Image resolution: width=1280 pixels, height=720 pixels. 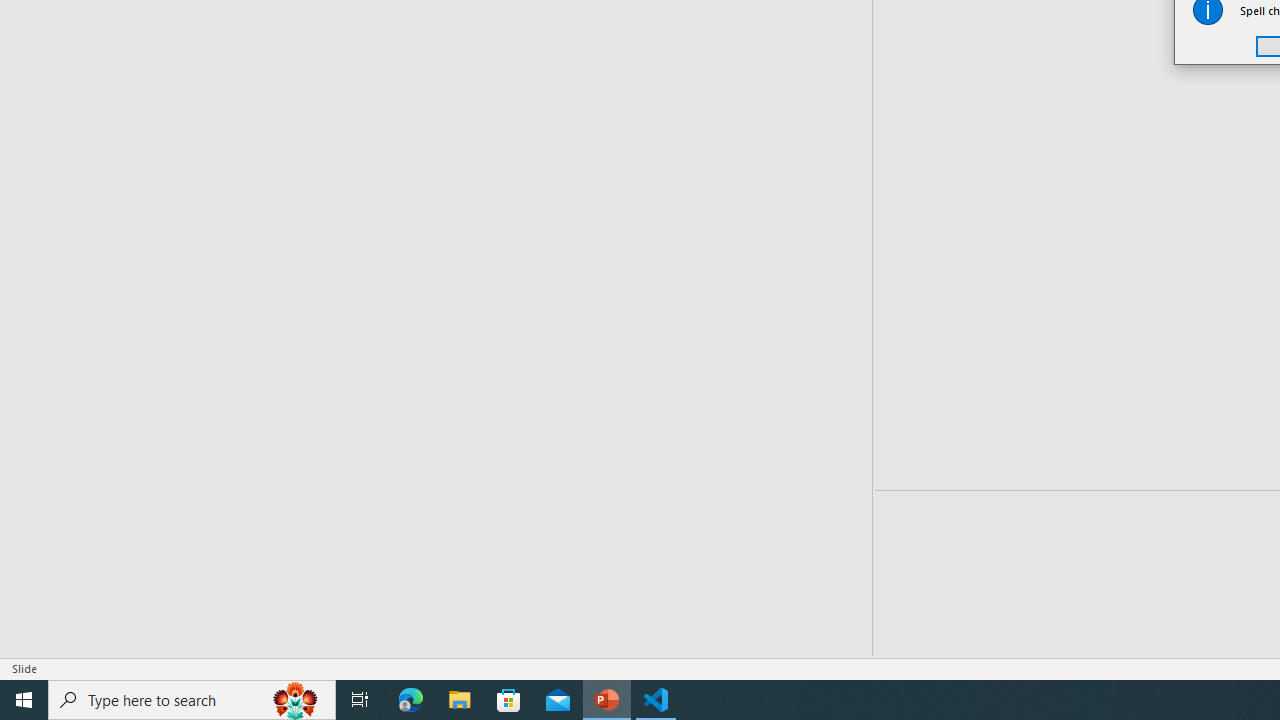 I want to click on 'Start', so click(x=24, y=698).